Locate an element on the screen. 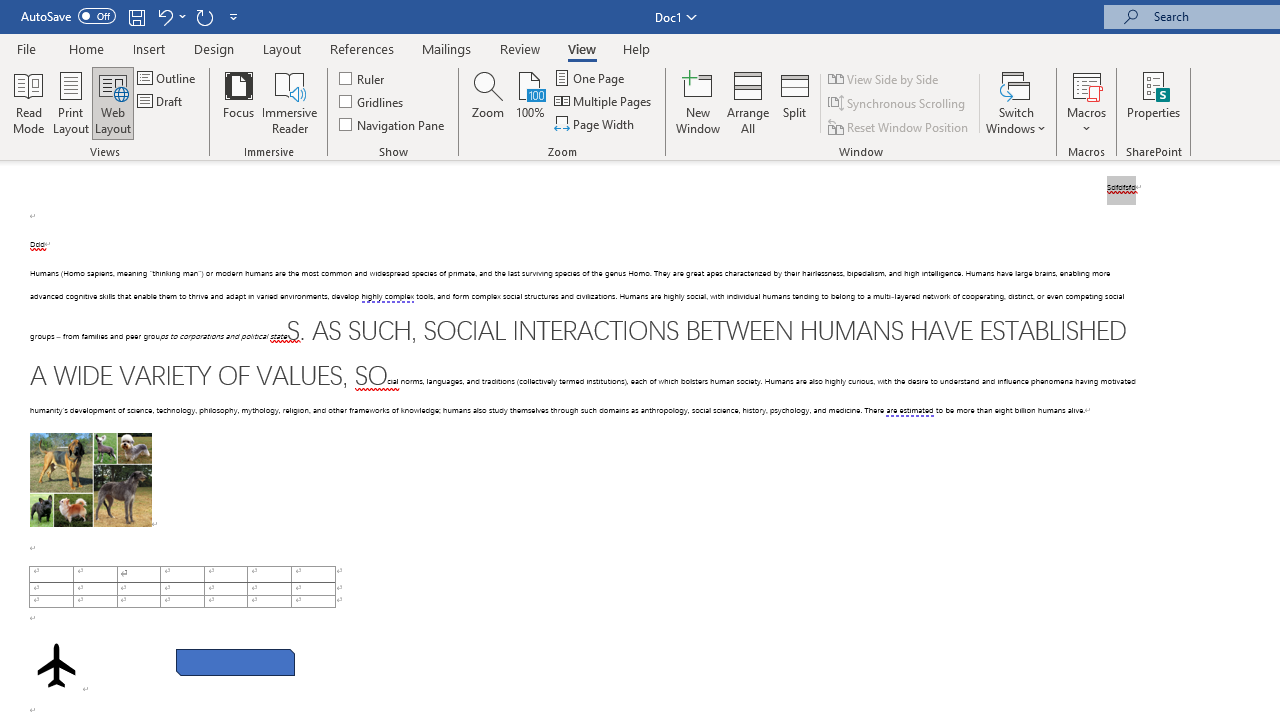 This screenshot has width=1280, height=720. 'View Macros' is located at coordinates (1085, 84).